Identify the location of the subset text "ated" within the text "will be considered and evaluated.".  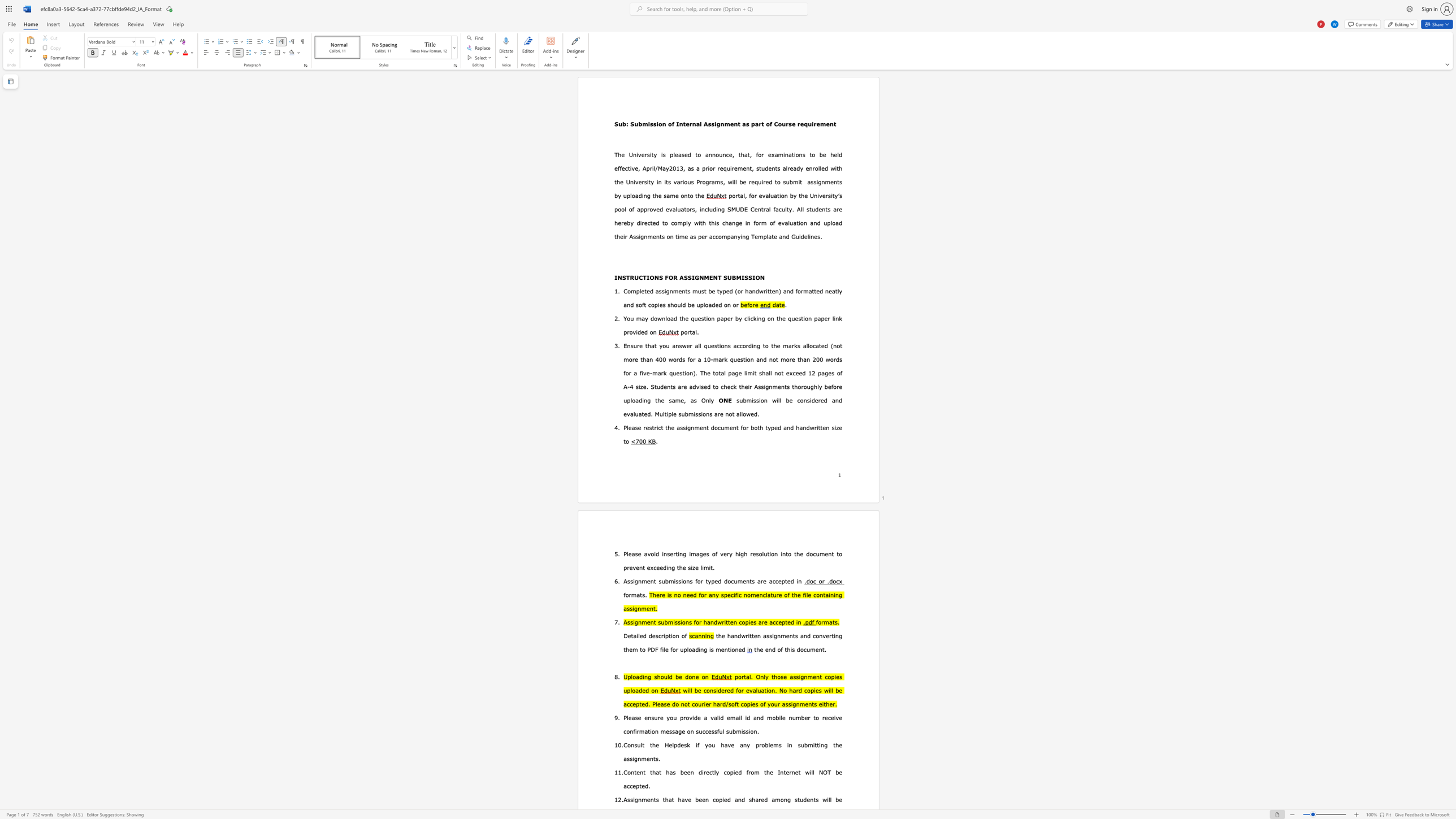
(638, 413).